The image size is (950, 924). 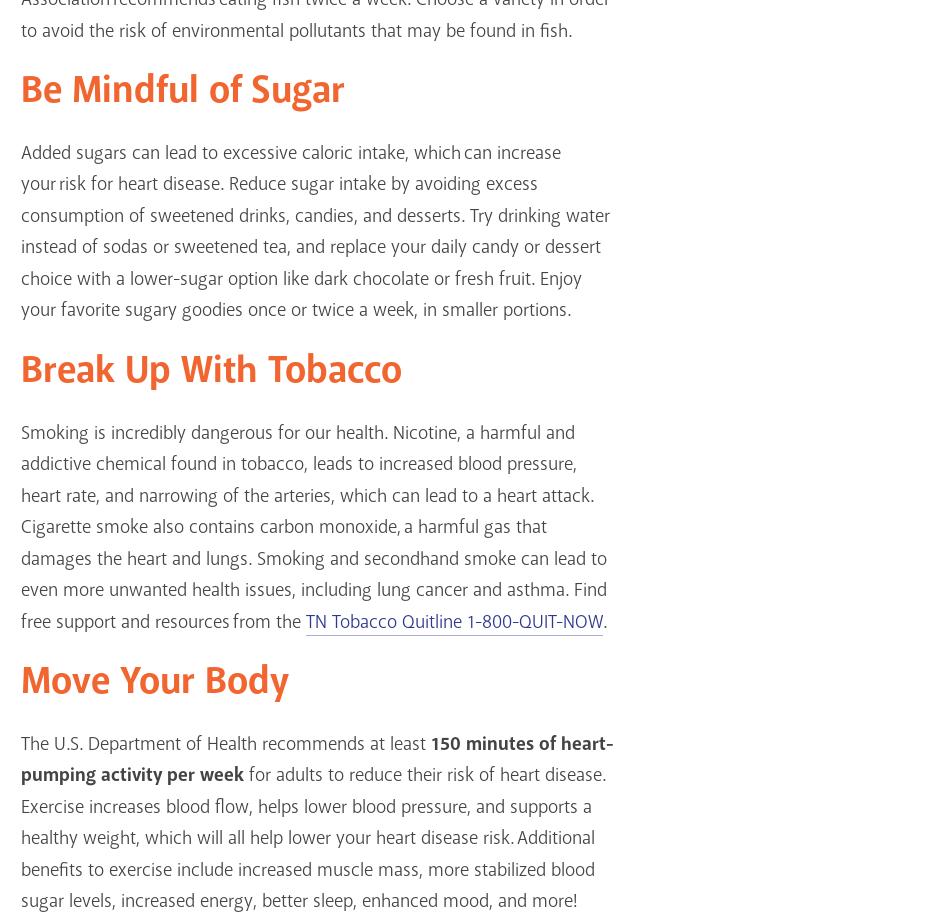 I want to click on 'The U.S. Department of Health recommends at least', so click(x=20, y=743).